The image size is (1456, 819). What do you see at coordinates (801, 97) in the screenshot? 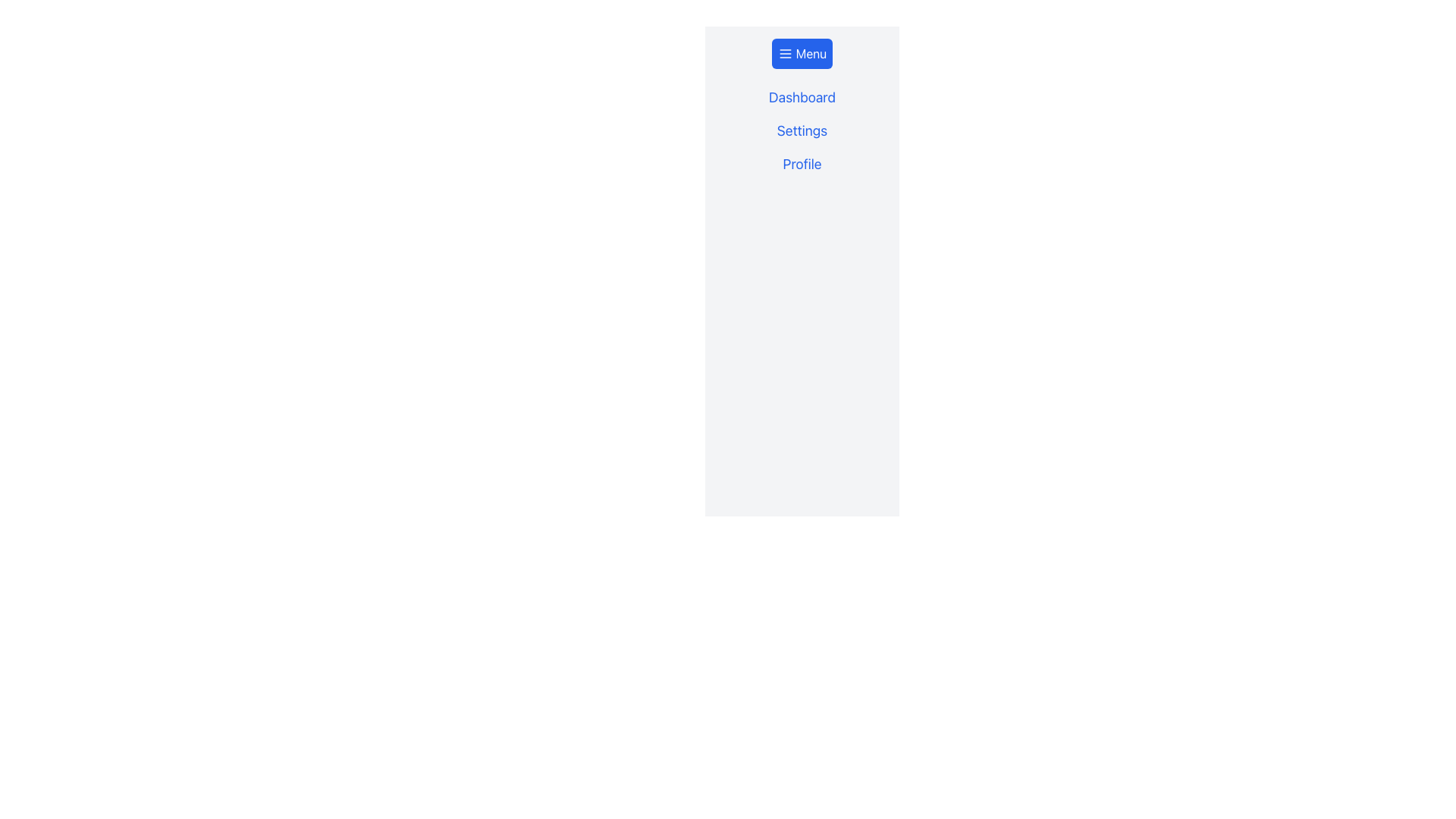
I see `the 'Dashboard' text link` at bounding box center [801, 97].